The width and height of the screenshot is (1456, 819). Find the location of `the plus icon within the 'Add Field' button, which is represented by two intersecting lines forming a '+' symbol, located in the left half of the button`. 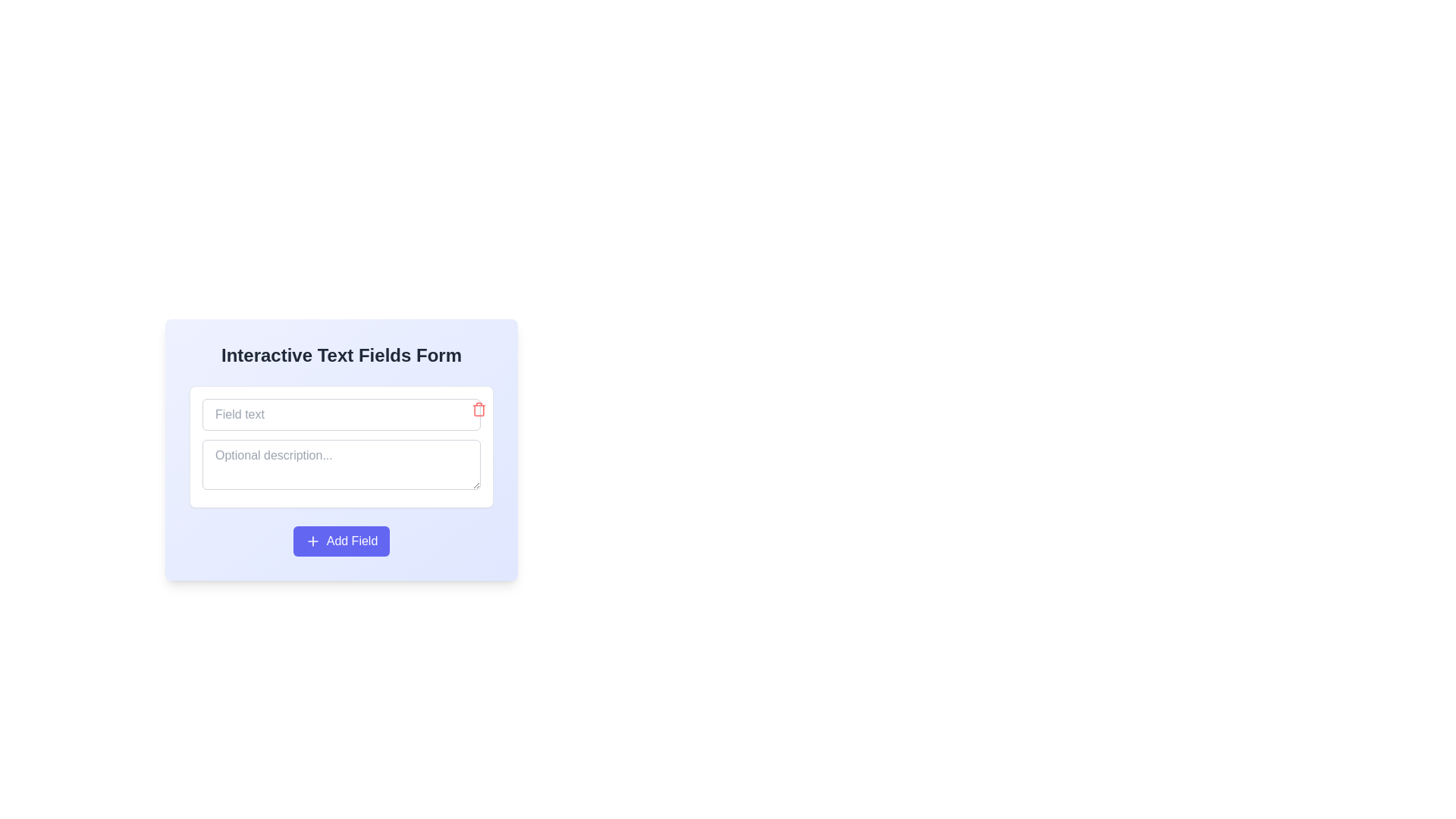

the plus icon within the 'Add Field' button, which is represented by two intersecting lines forming a '+' symbol, located in the left half of the button is located at coordinates (312, 540).